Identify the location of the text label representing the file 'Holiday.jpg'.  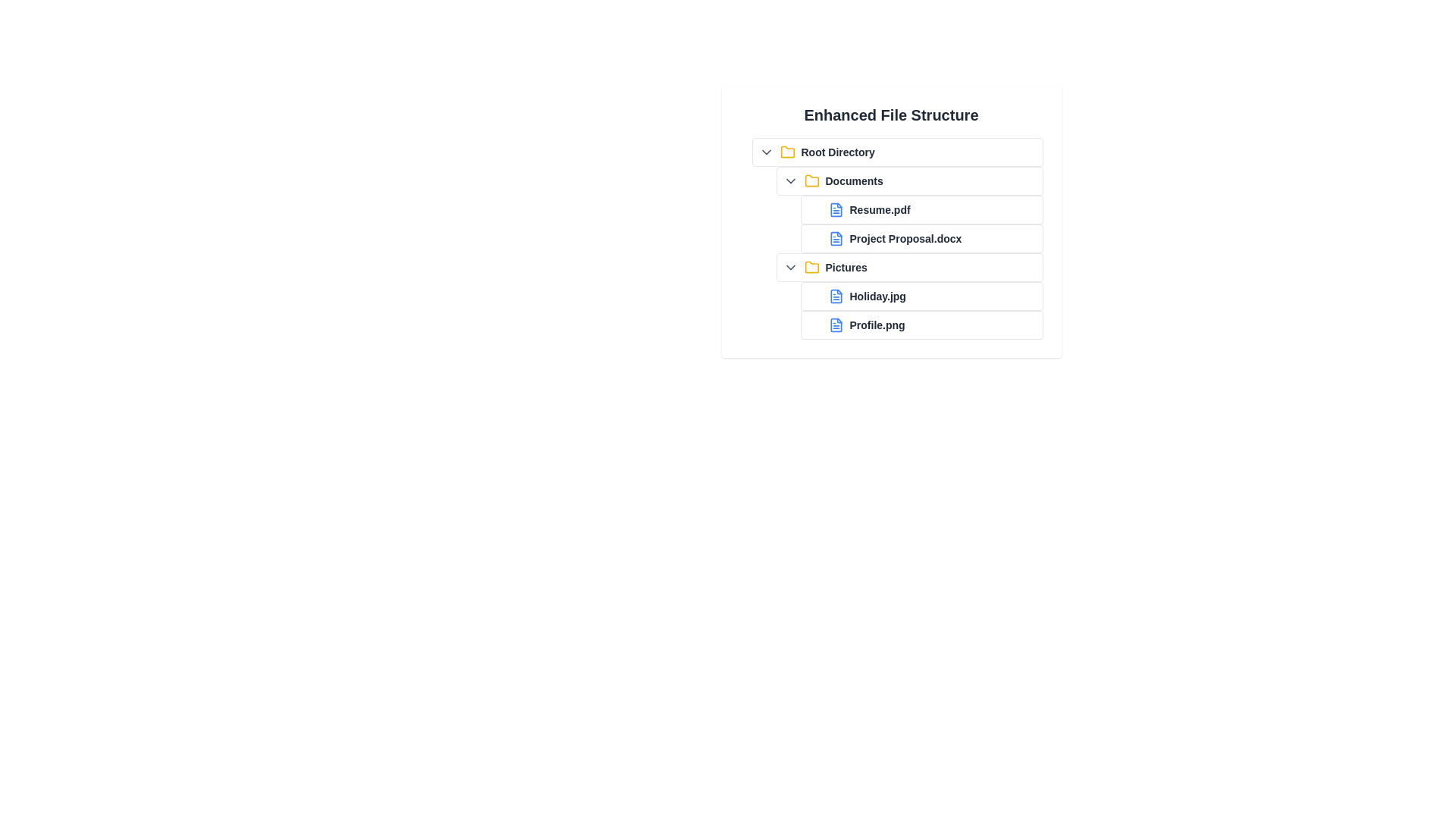
(877, 296).